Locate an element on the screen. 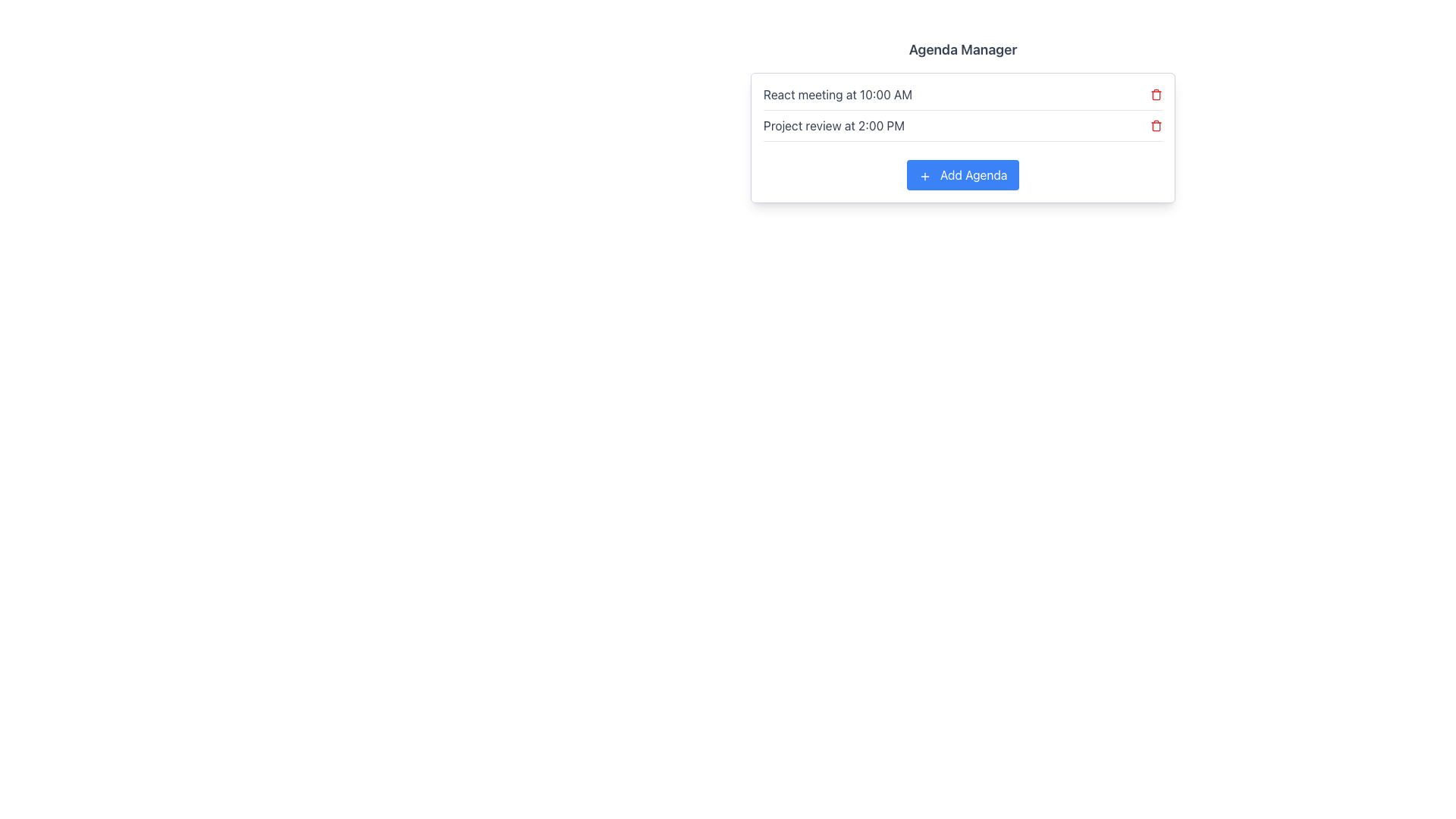 Image resolution: width=1456 pixels, height=819 pixels. the SVG icon resembling a 'plus' sign located on the left side of the 'Add Agenda' button is located at coordinates (924, 175).